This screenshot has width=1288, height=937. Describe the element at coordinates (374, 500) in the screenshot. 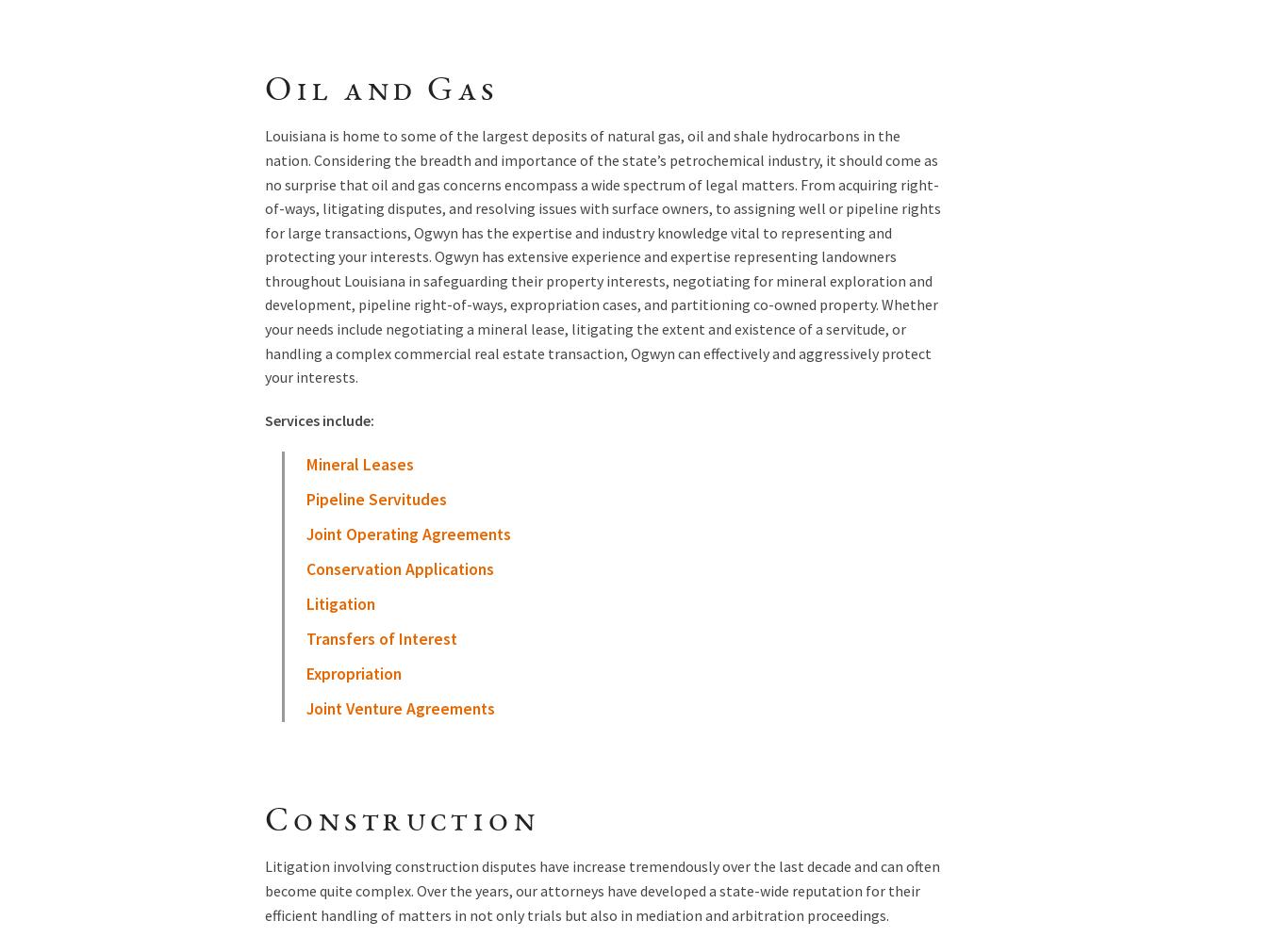

I see `'Pipeline Servitudes'` at that location.